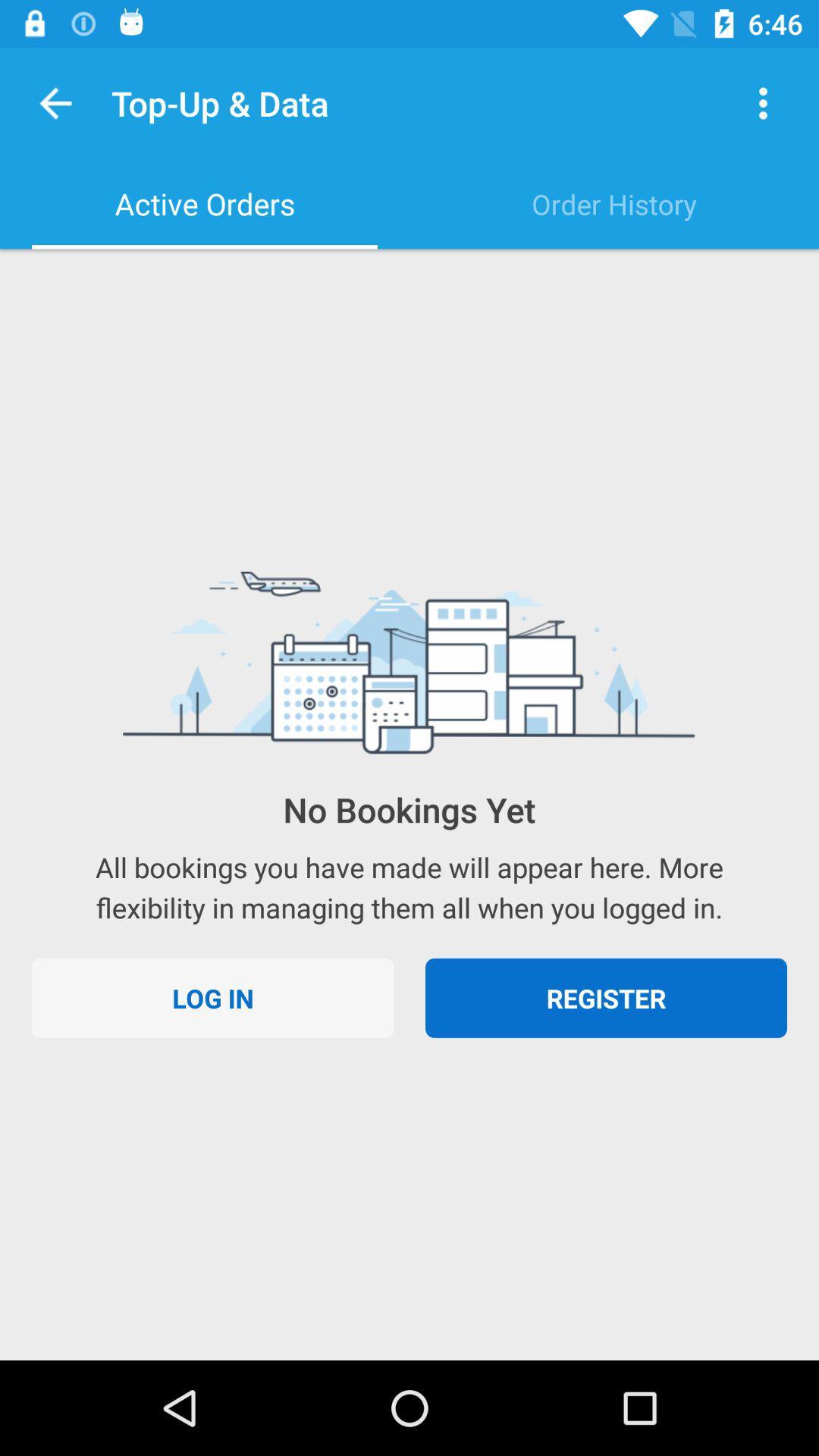  What do you see at coordinates (205, 203) in the screenshot?
I see `the active orders icon` at bounding box center [205, 203].